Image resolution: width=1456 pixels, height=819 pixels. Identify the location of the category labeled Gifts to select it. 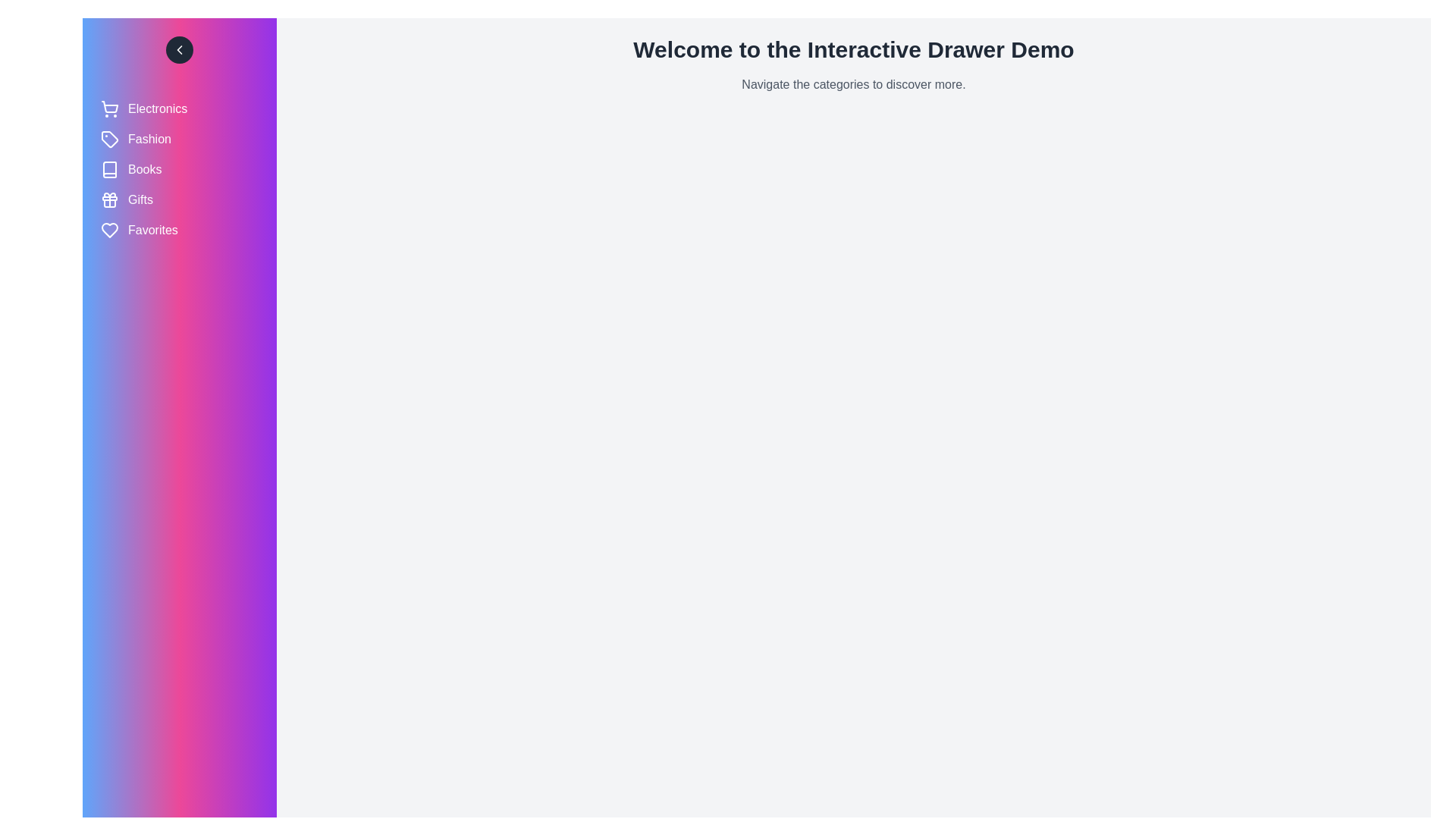
(179, 199).